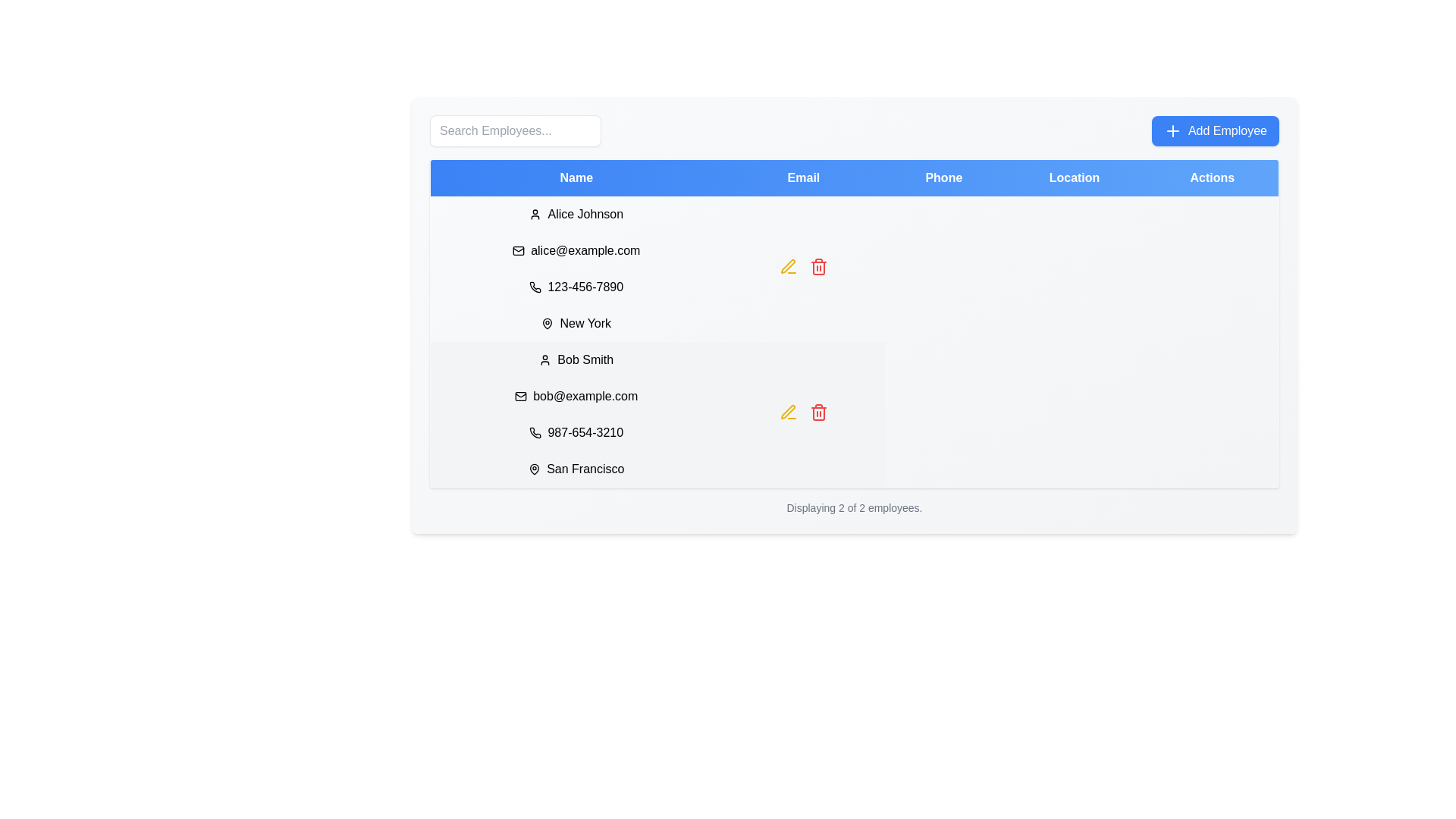  I want to click on the plus icon with a blue background located within the 'Add Employee' button, so click(1172, 130).